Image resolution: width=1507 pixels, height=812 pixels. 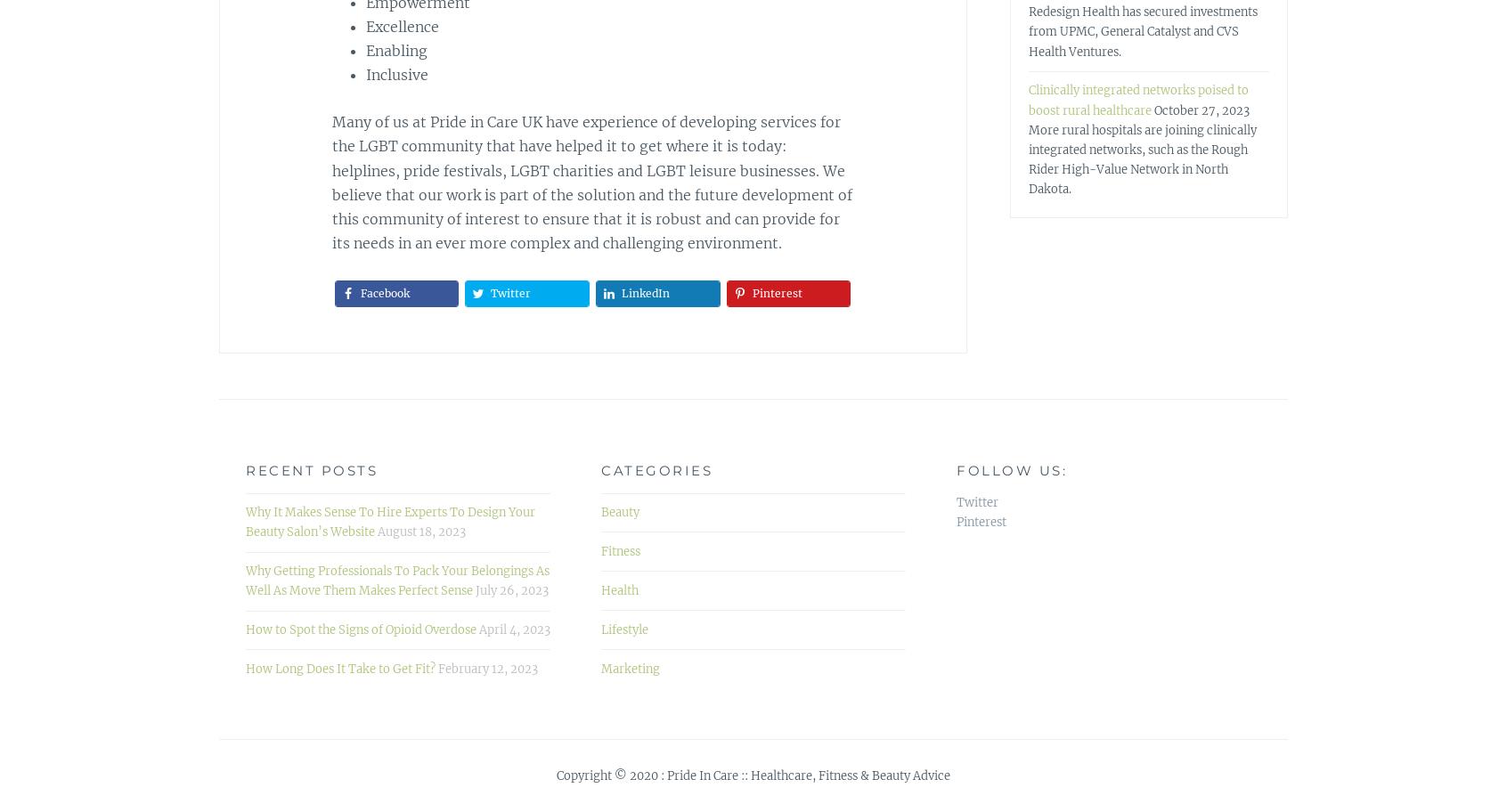 I want to click on 'Beauty', so click(x=620, y=511).